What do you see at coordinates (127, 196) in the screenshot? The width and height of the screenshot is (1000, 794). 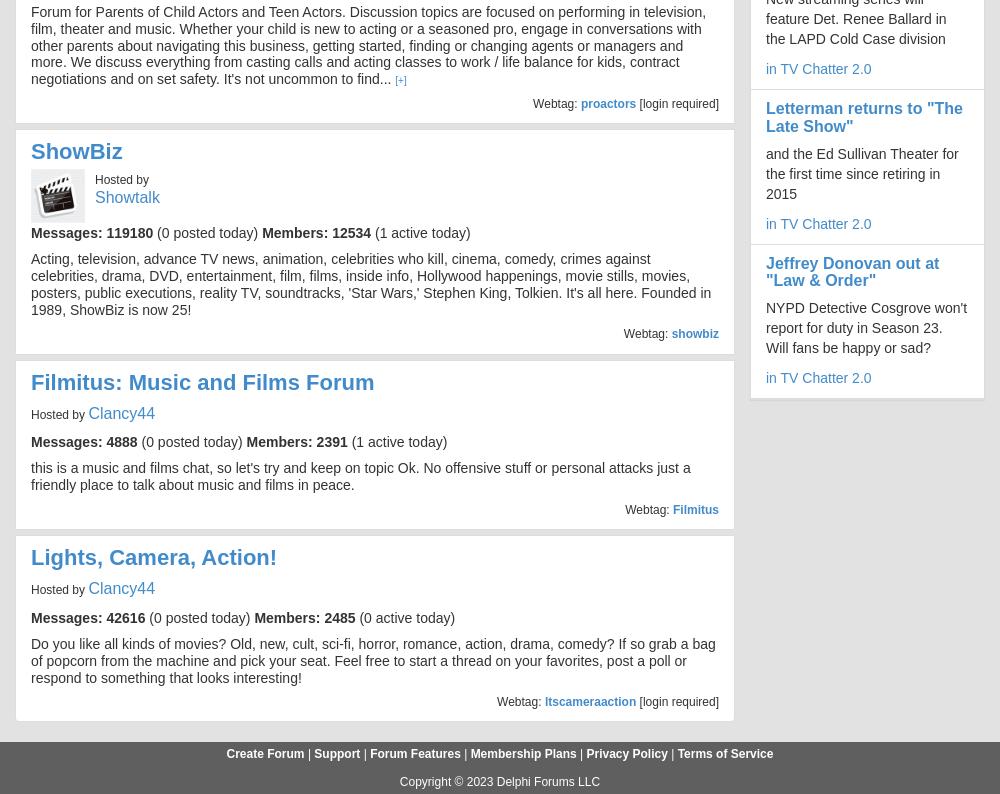 I see `'Showtalk'` at bounding box center [127, 196].